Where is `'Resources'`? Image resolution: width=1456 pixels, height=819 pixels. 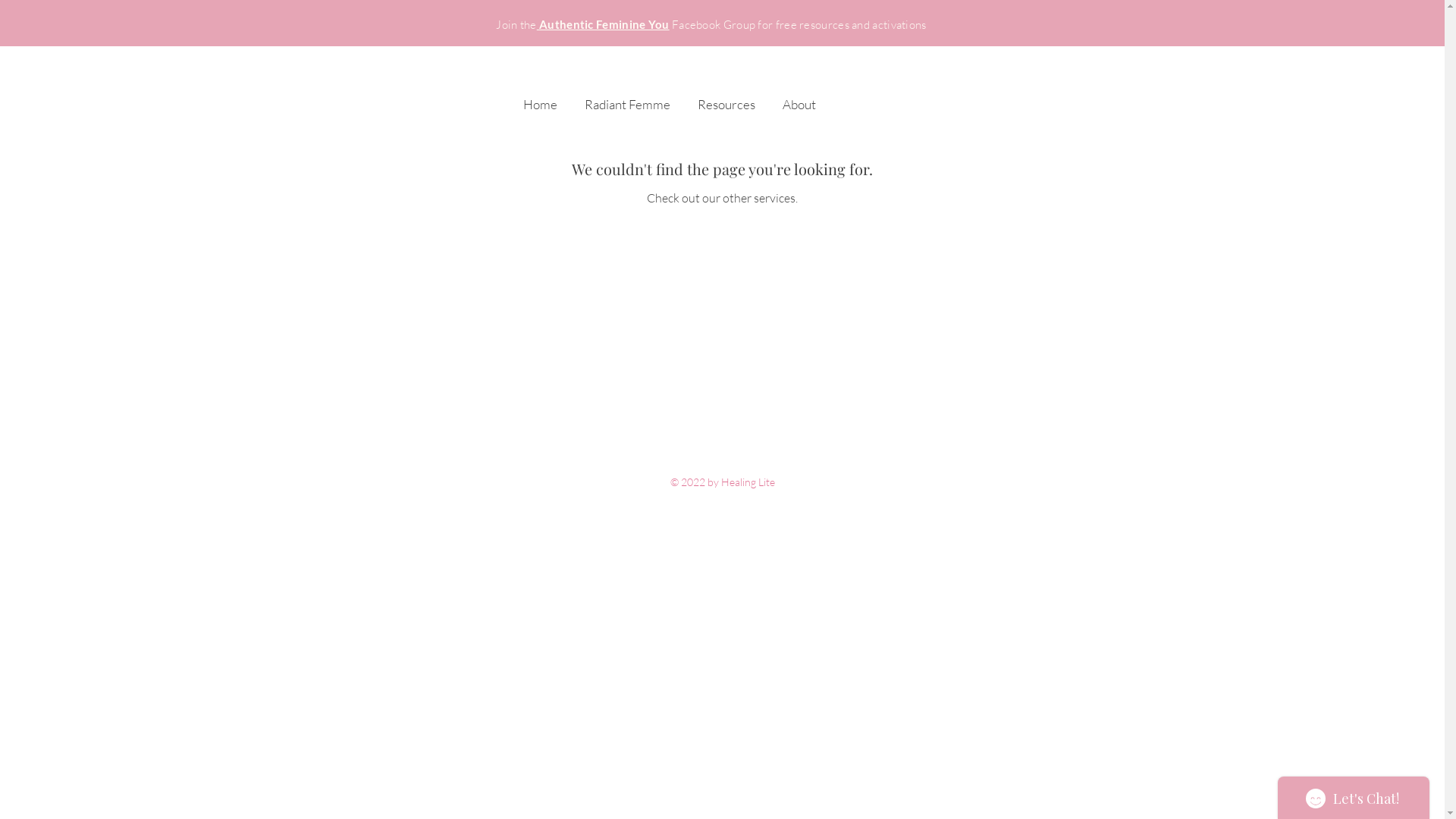 'Resources' is located at coordinates (683, 97).